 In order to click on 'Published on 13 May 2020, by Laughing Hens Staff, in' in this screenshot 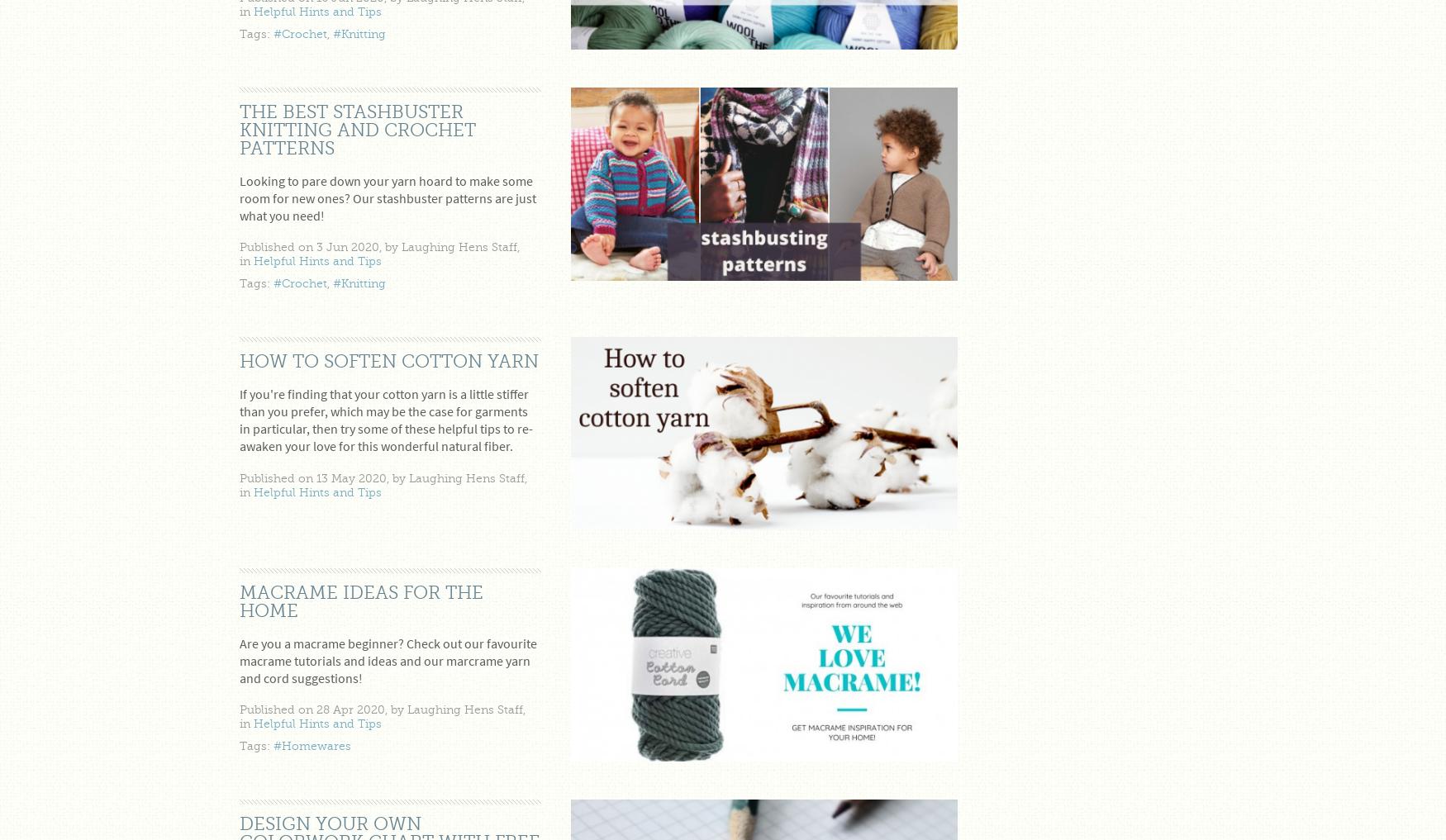, I will do `click(383, 484)`.